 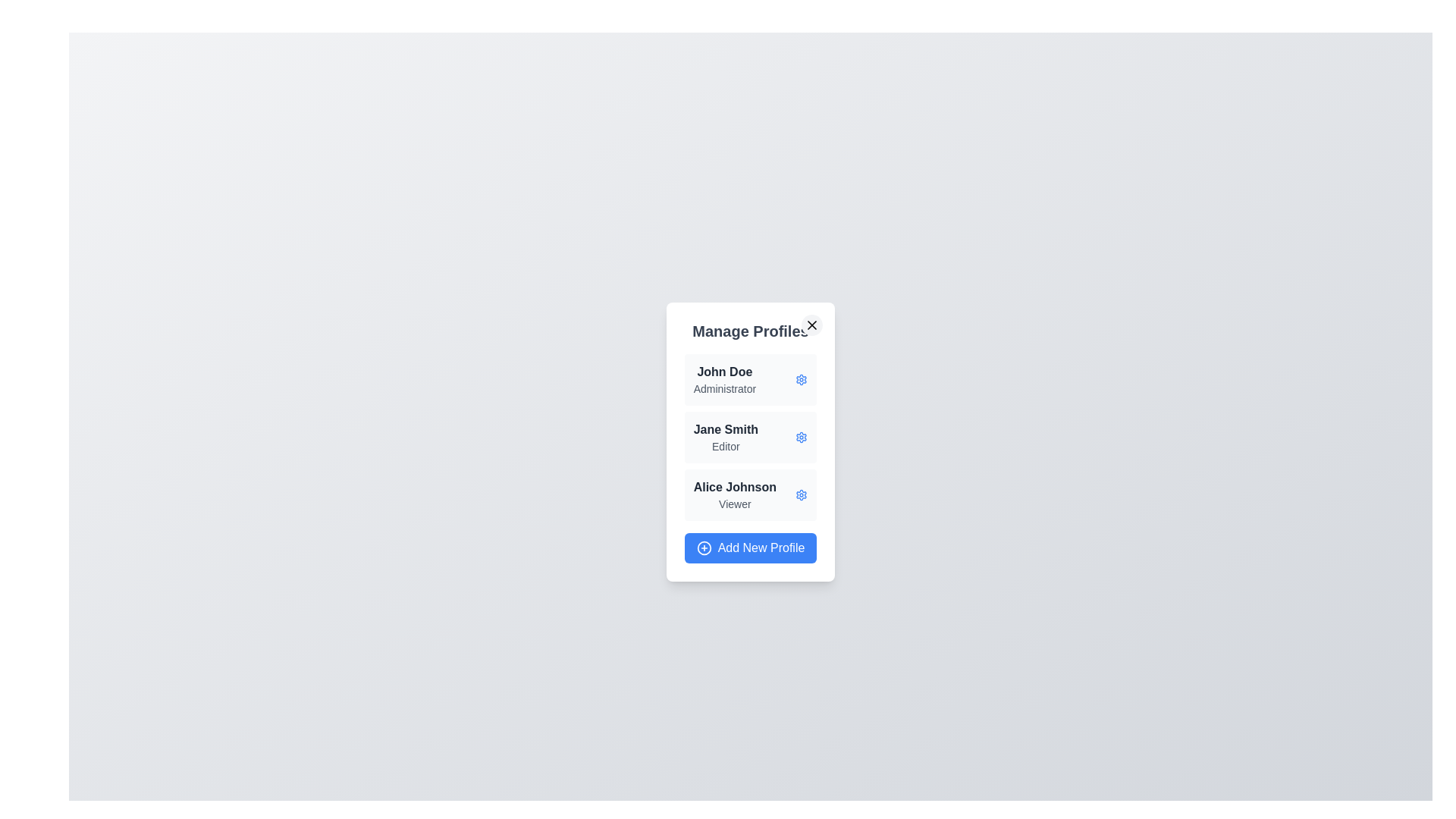 What do you see at coordinates (801, 438) in the screenshot?
I see `gear icon next to the profile named Jane Smith` at bounding box center [801, 438].